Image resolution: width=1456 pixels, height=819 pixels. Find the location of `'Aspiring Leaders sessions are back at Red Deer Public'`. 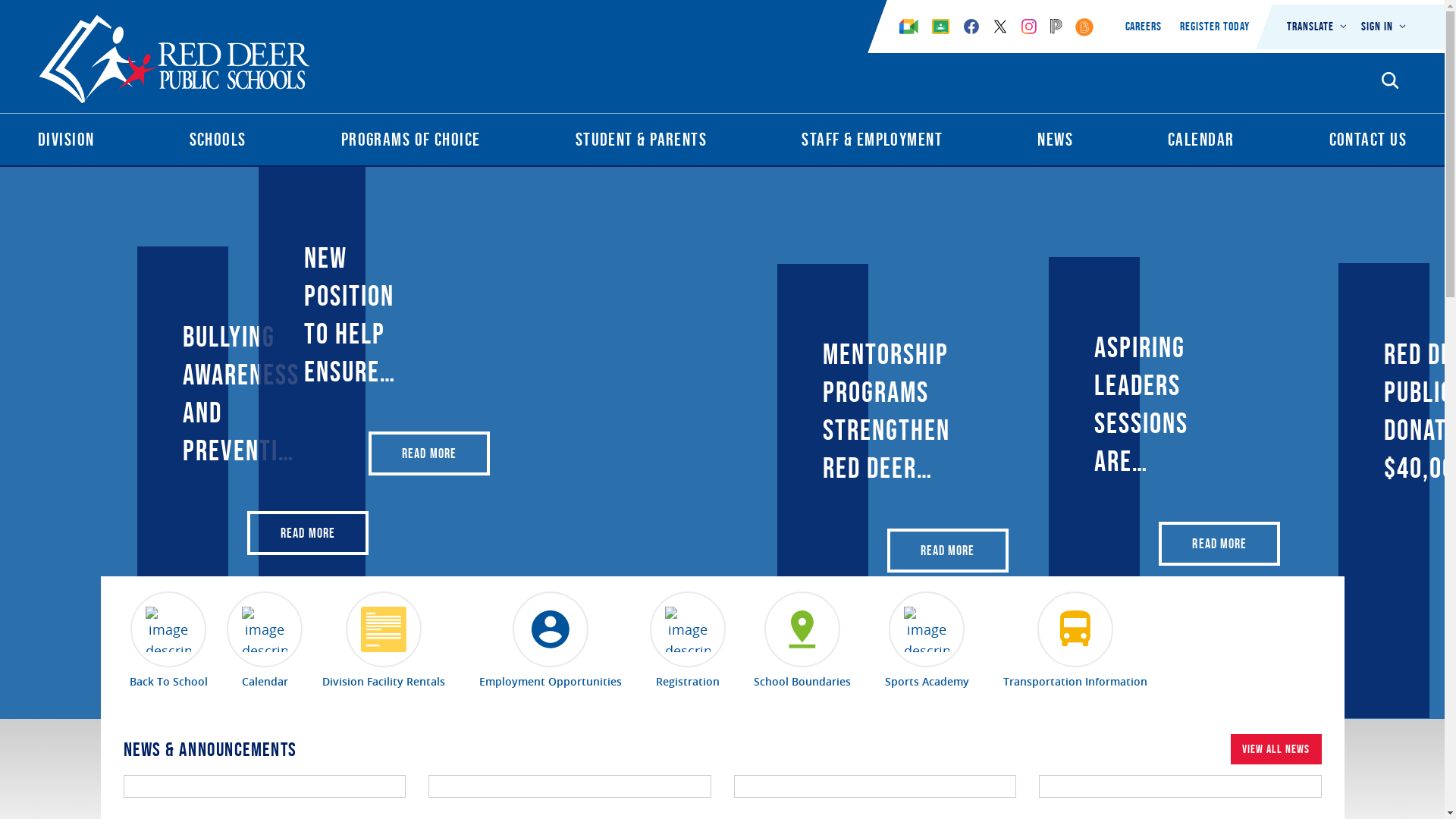

'Aspiring Leaders sessions are back at Red Deer Public' is located at coordinates (1094, 403).